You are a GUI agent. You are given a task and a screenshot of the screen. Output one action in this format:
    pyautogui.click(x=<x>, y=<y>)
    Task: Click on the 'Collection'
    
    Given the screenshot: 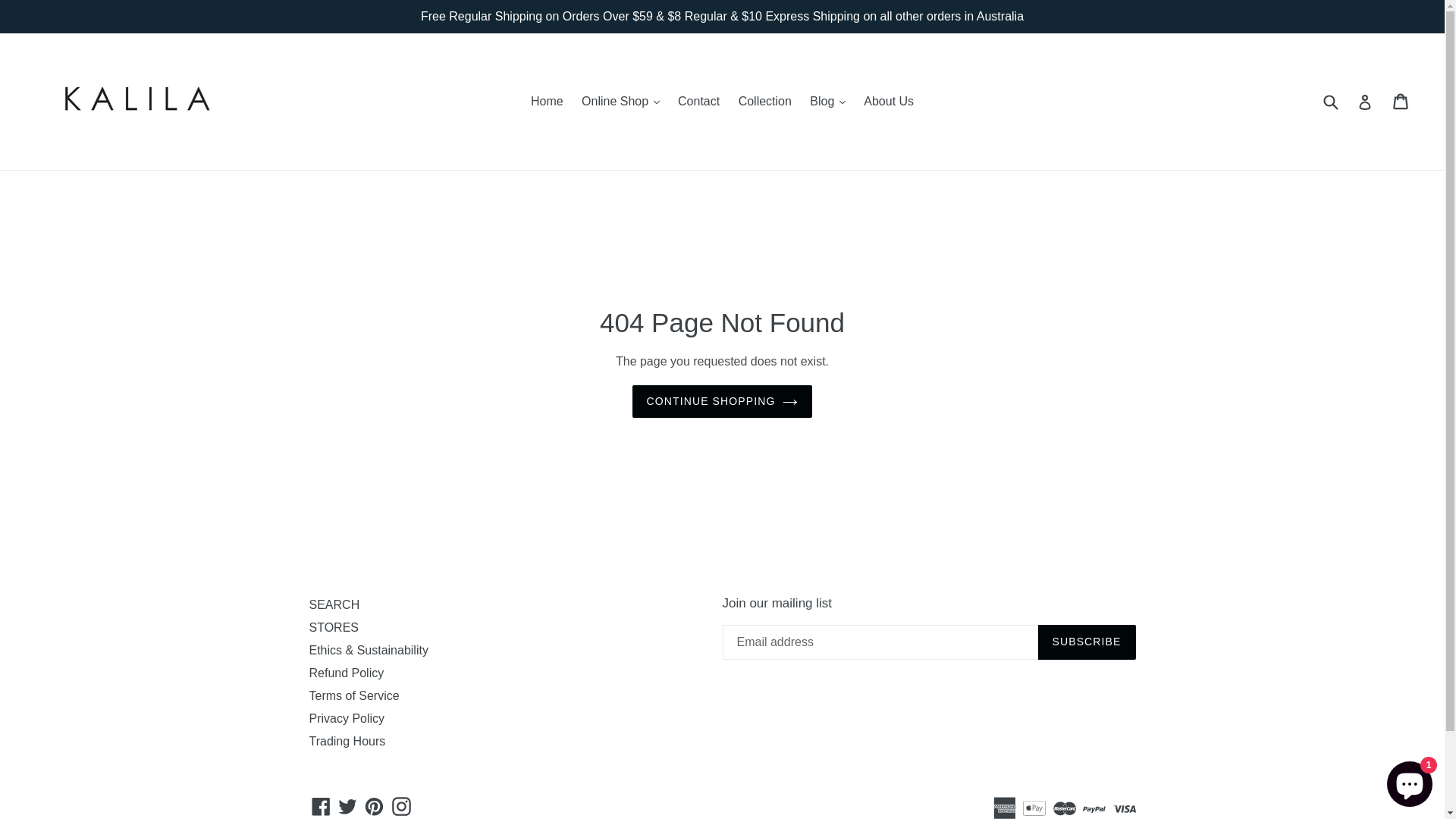 What is the action you would take?
    pyautogui.click(x=764, y=102)
    